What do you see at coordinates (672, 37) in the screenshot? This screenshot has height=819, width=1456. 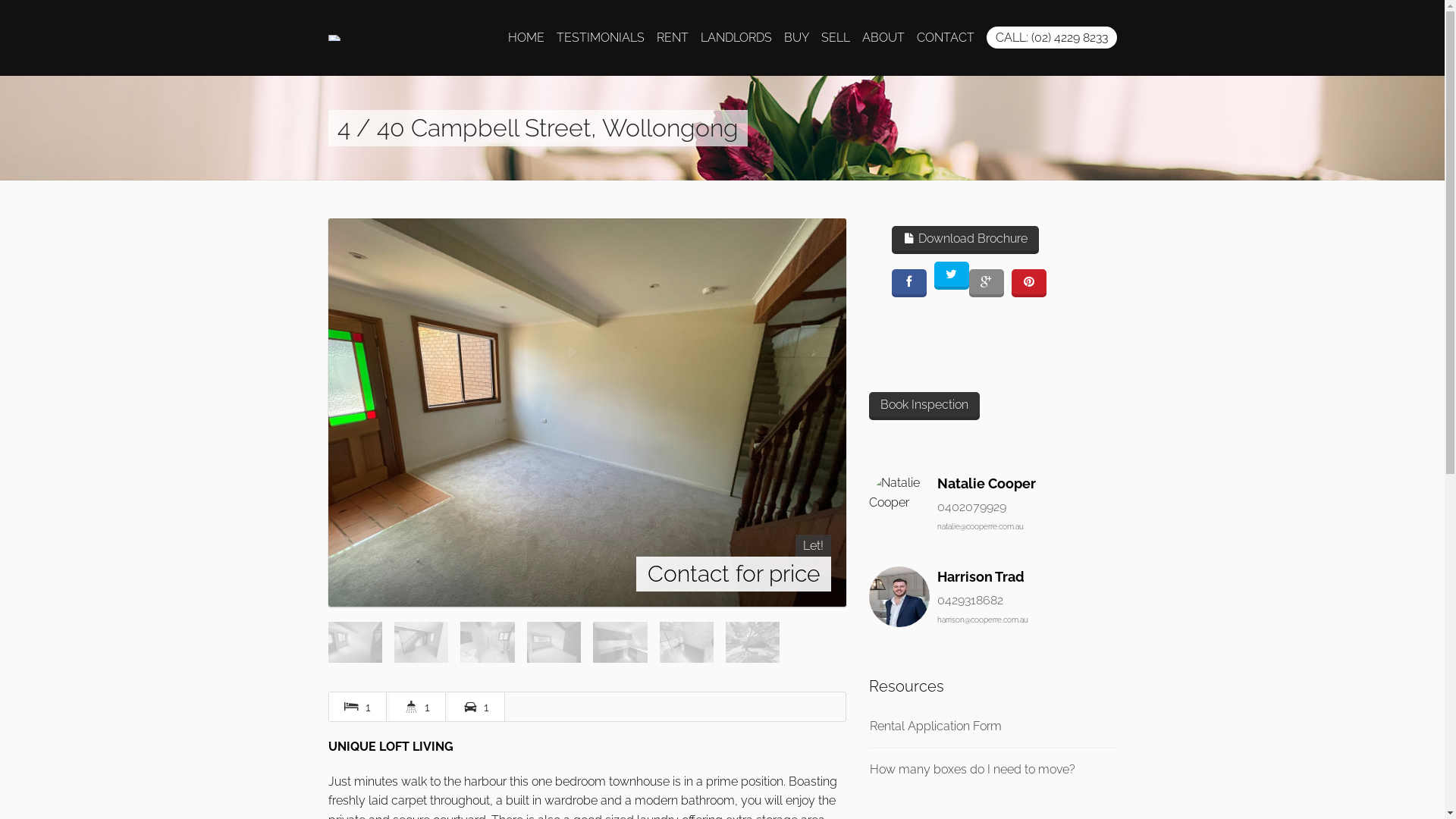 I see `'RENT'` at bounding box center [672, 37].